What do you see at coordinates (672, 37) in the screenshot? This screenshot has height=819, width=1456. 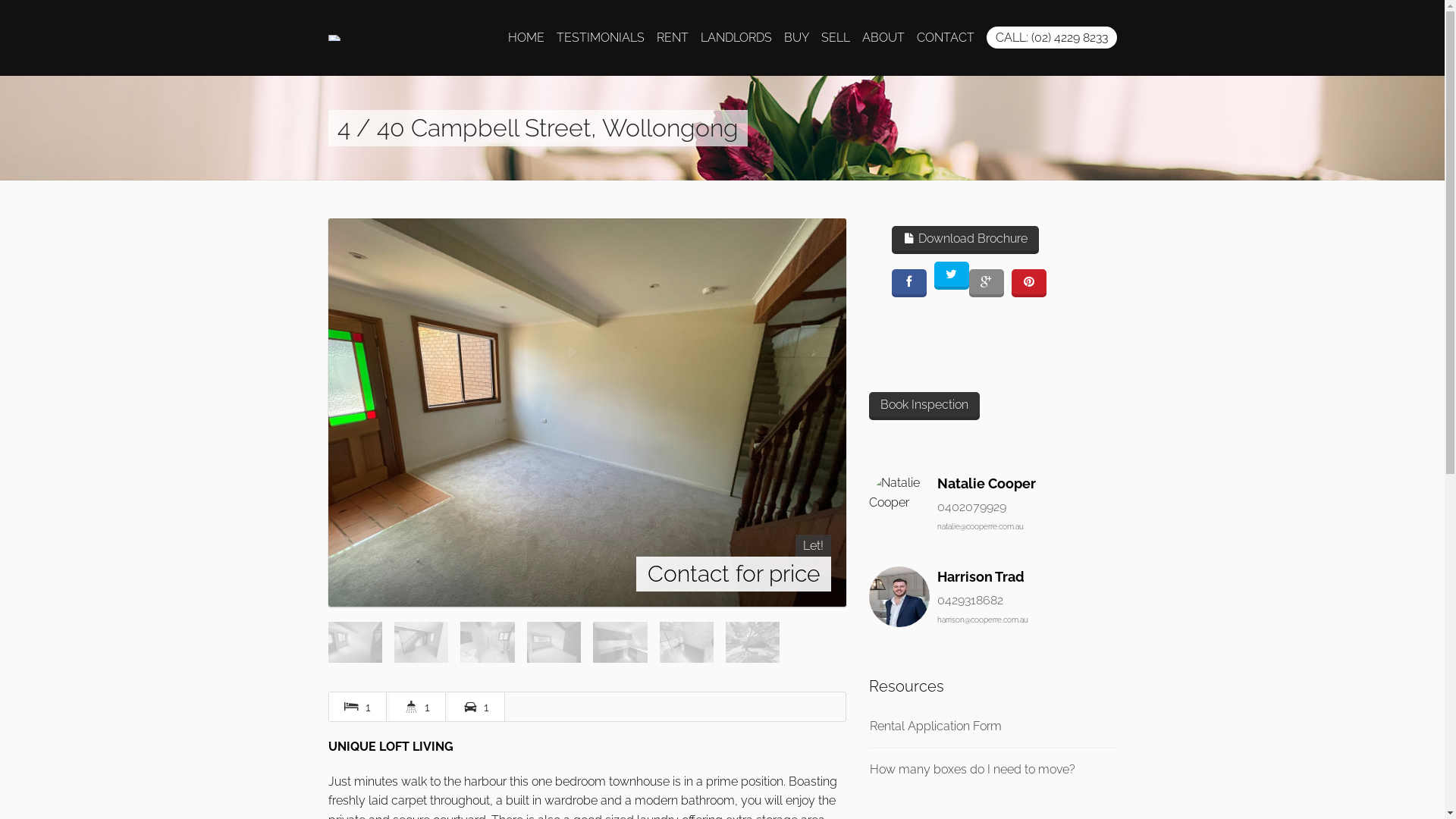 I see `'RENT'` at bounding box center [672, 37].